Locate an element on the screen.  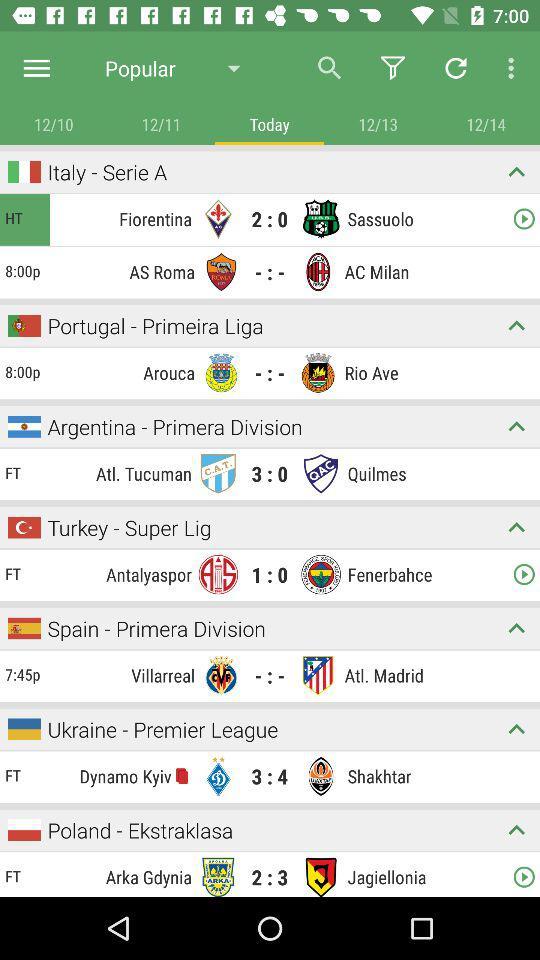
show menu is located at coordinates (36, 68).